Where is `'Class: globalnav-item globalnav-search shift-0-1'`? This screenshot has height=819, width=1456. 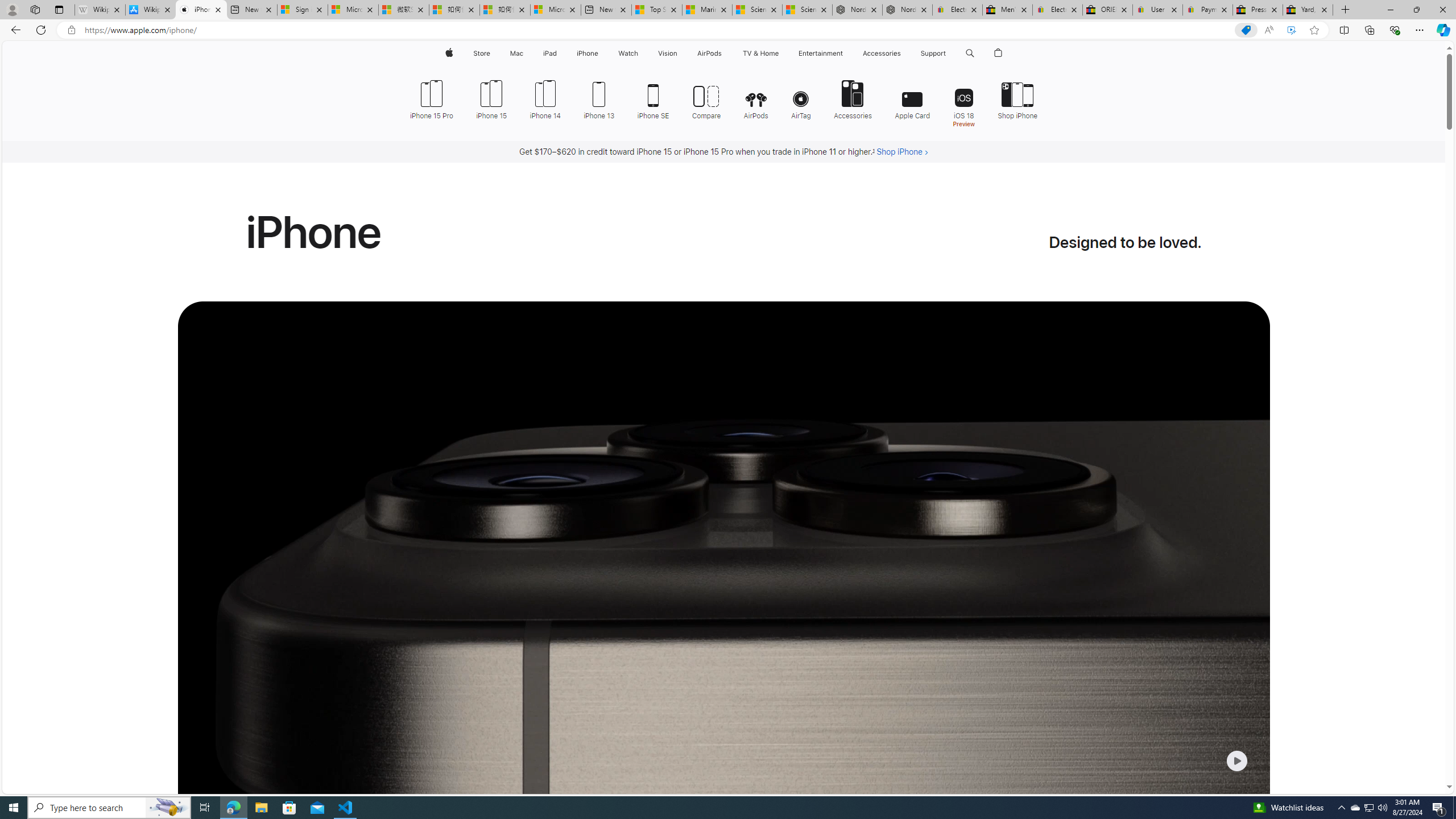 'Class: globalnav-item globalnav-search shift-0-1' is located at coordinates (970, 53).